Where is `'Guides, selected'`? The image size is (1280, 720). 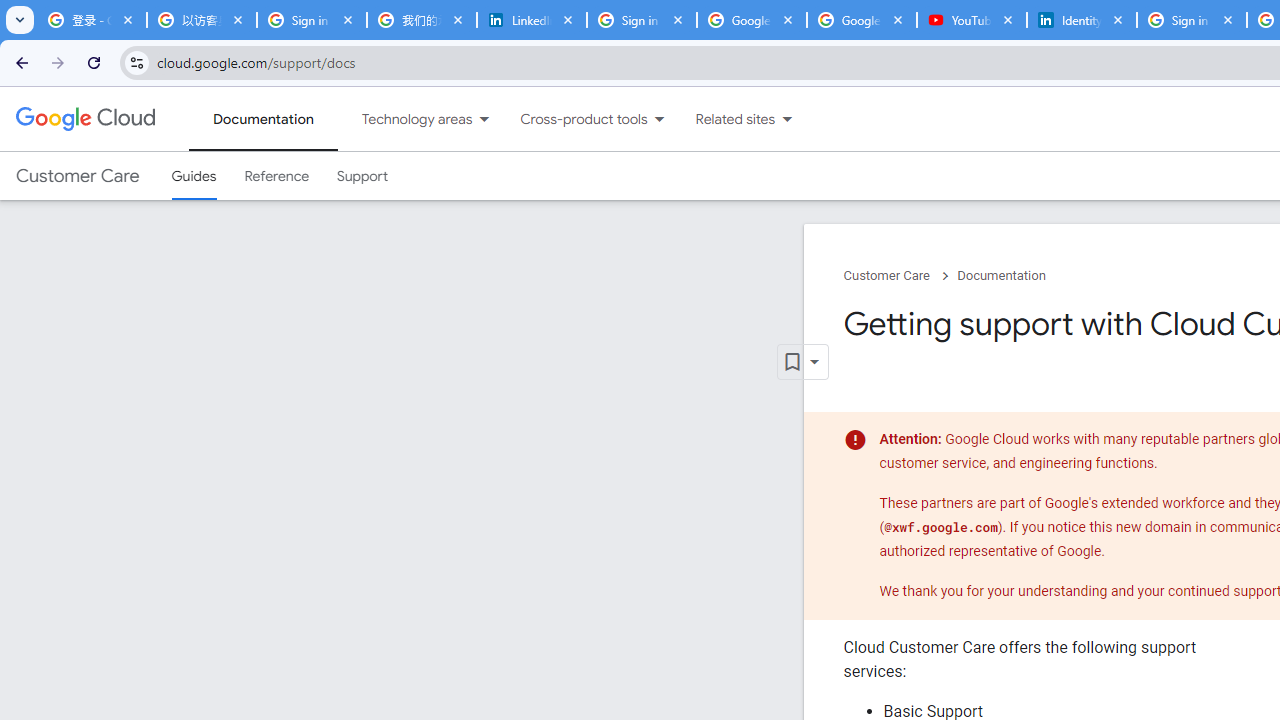
'Guides, selected' is located at coordinates (193, 175).